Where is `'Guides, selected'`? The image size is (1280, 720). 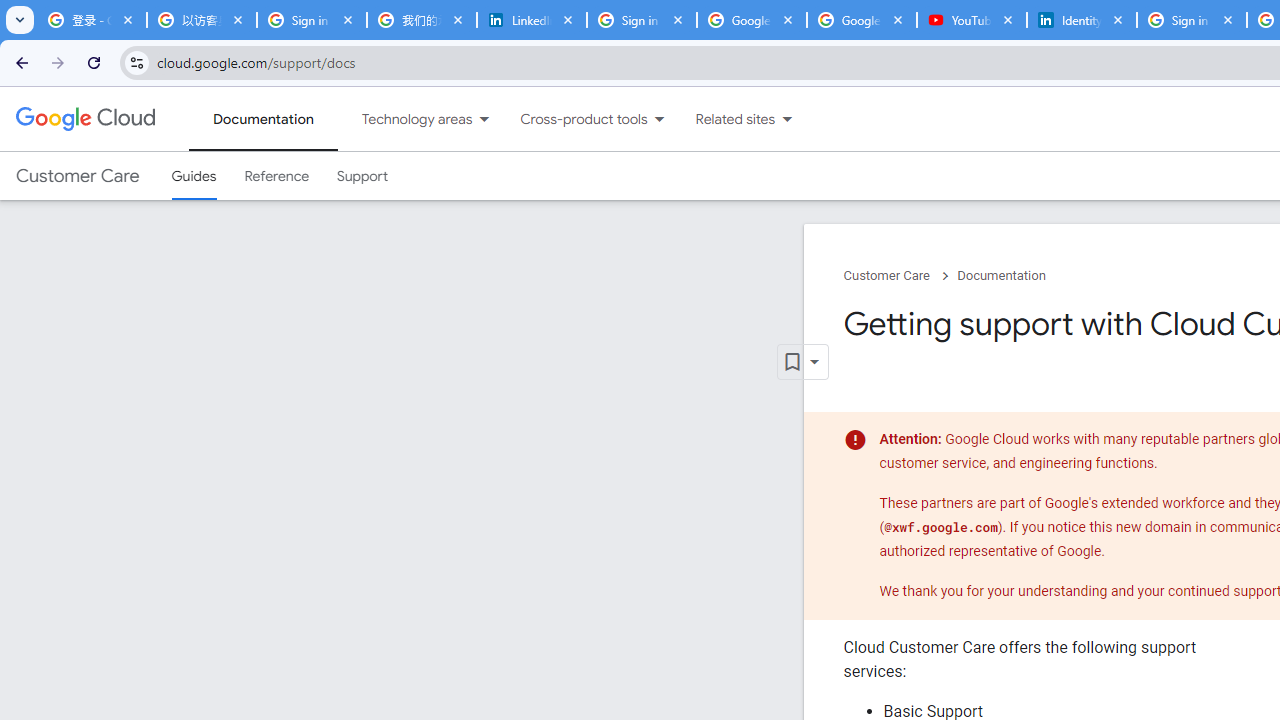
'Guides, selected' is located at coordinates (193, 175).